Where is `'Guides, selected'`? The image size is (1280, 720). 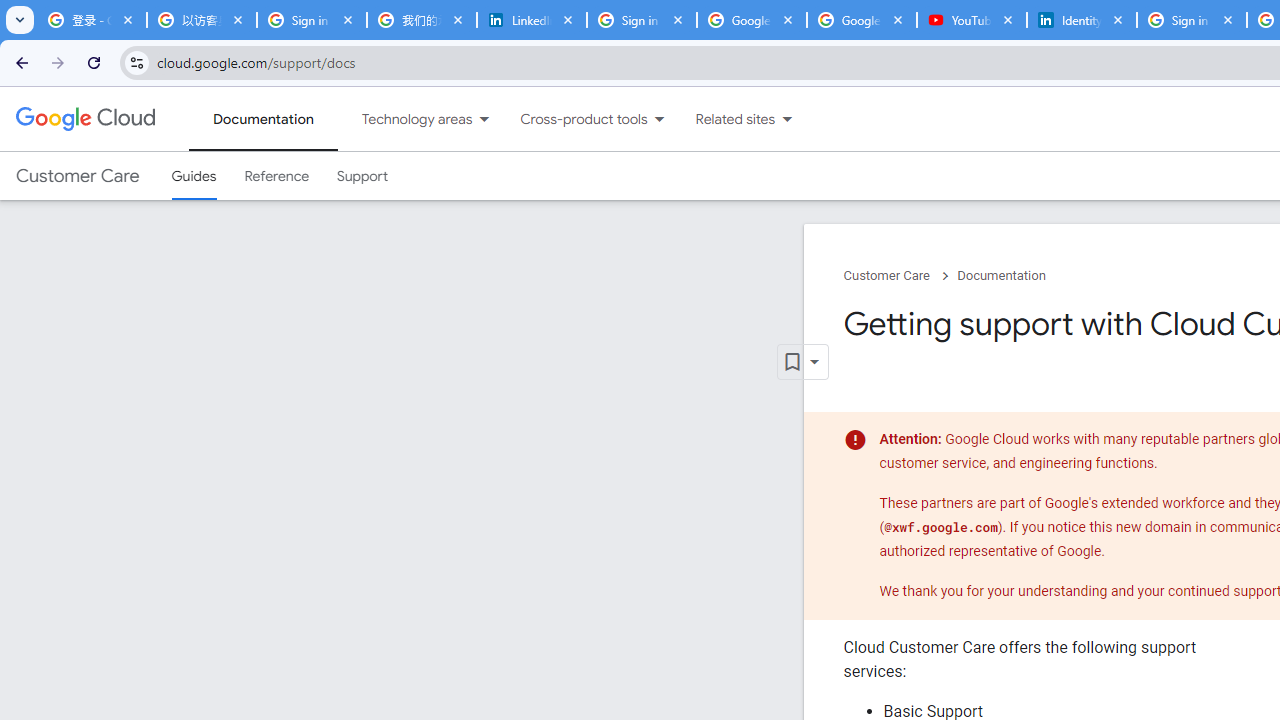
'Guides, selected' is located at coordinates (193, 175).